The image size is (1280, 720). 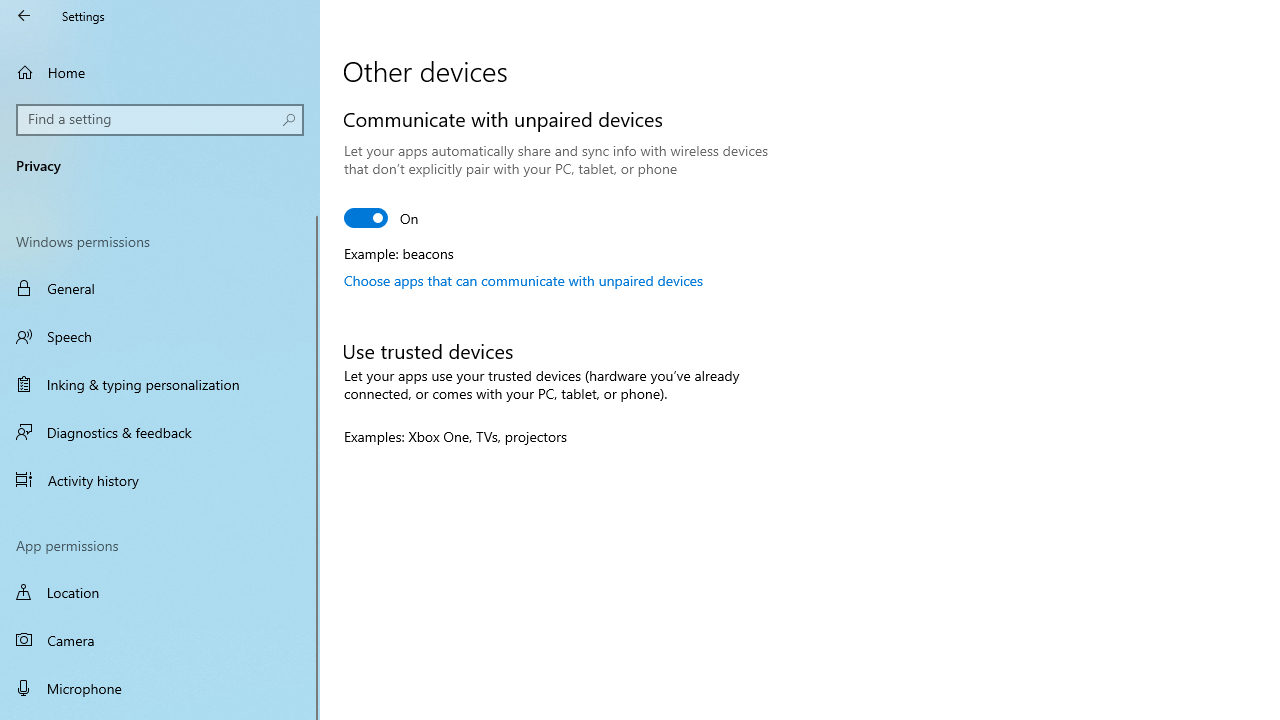 I want to click on 'Activity history', so click(x=160, y=479).